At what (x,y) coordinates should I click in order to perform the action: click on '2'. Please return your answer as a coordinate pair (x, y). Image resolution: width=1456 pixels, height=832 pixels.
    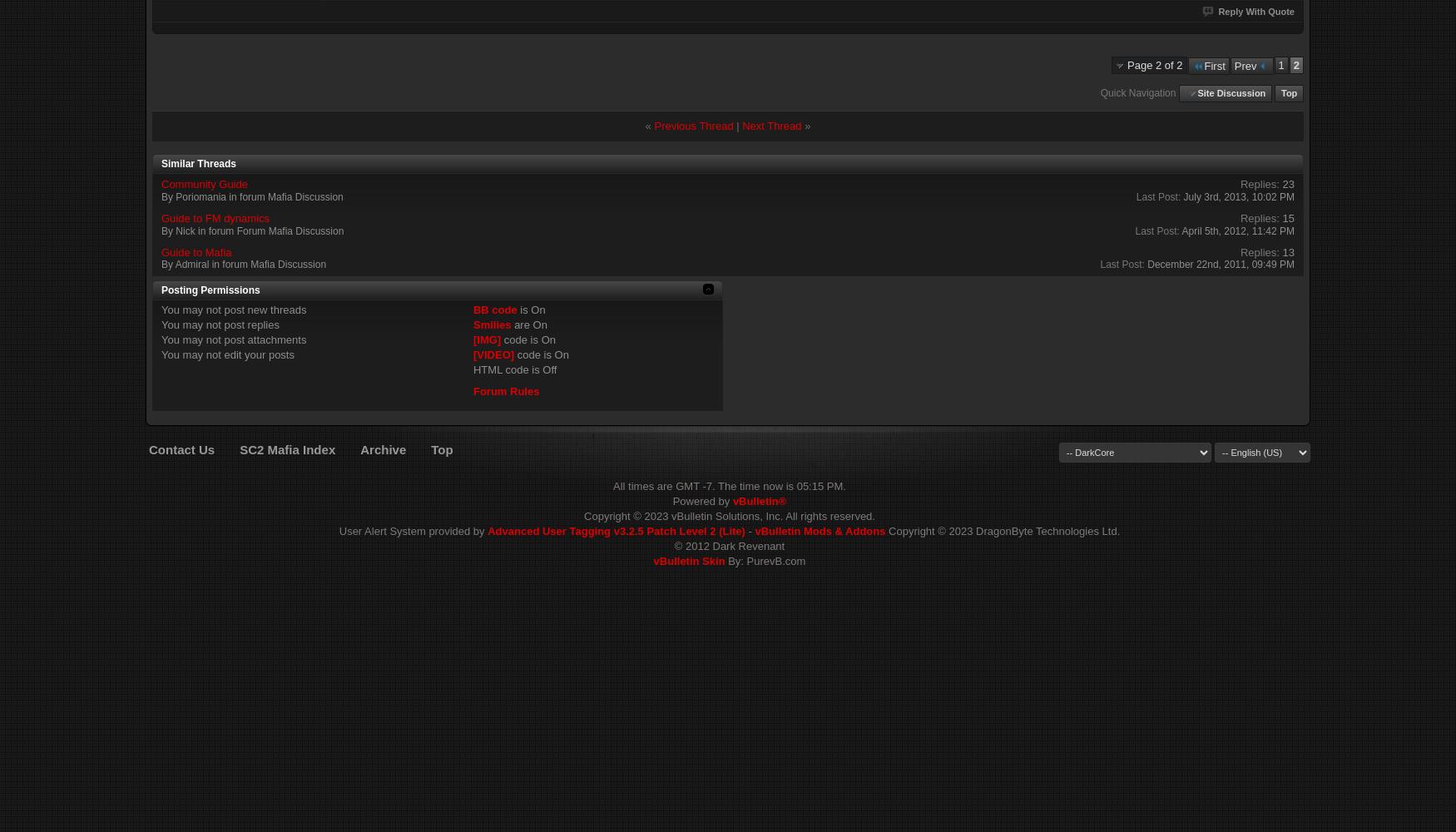
    Looking at the image, I should click on (1295, 64).